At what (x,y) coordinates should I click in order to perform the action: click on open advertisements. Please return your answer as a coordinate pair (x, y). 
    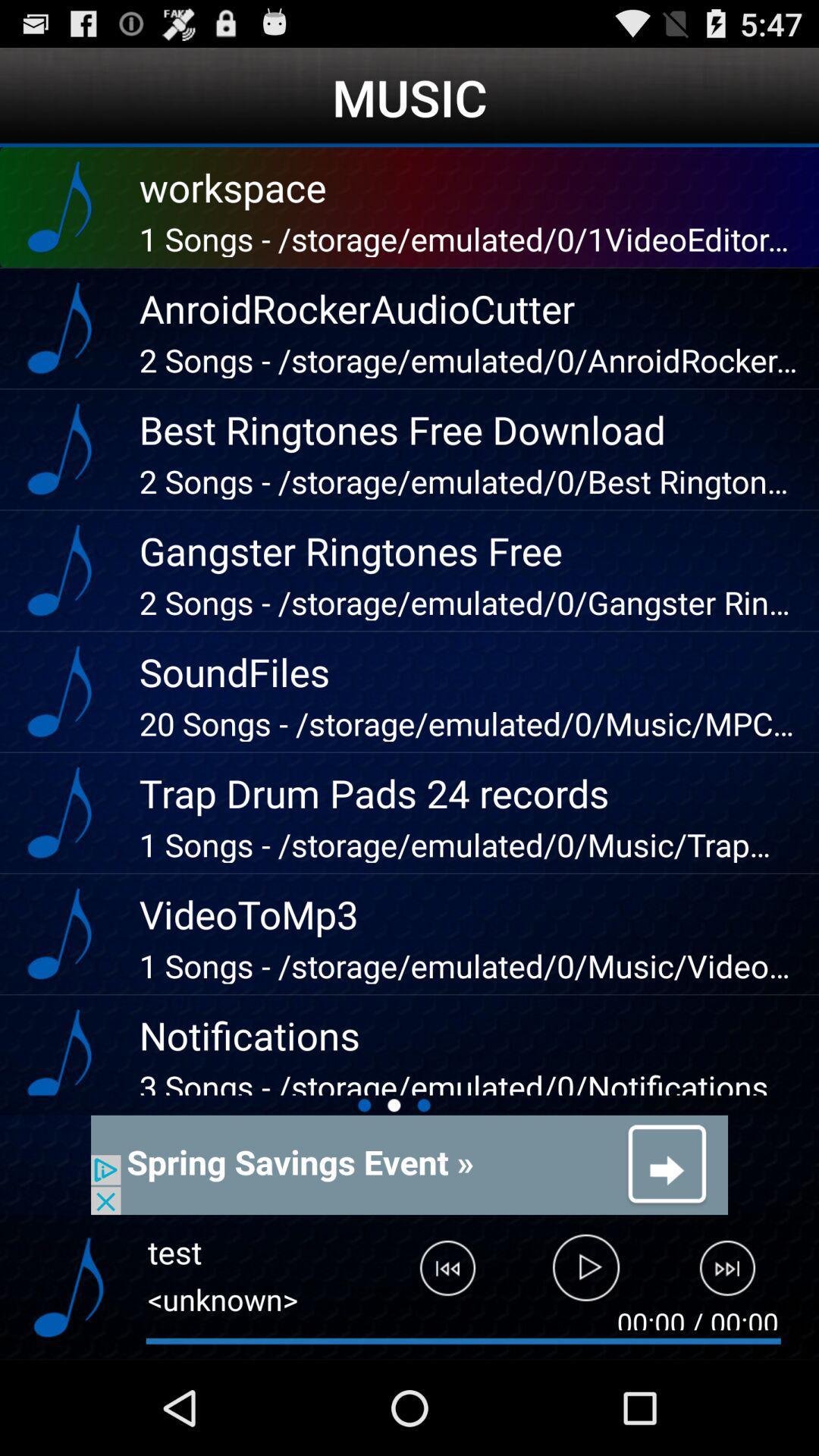
    Looking at the image, I should click on (409, 1164).